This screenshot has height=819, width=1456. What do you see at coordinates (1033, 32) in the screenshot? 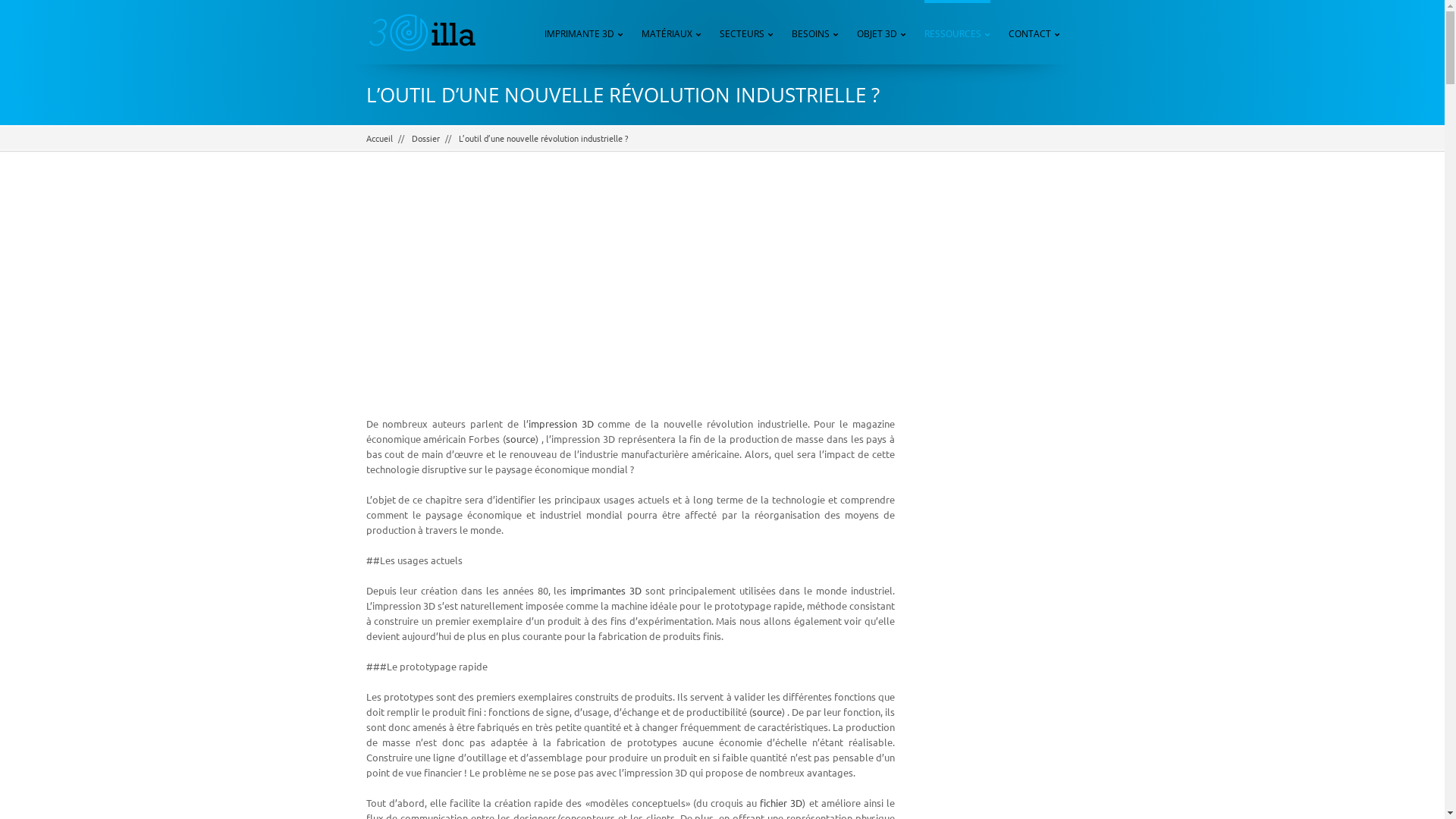
I see `'CONTACT'` at bounding box center [1033, 32].